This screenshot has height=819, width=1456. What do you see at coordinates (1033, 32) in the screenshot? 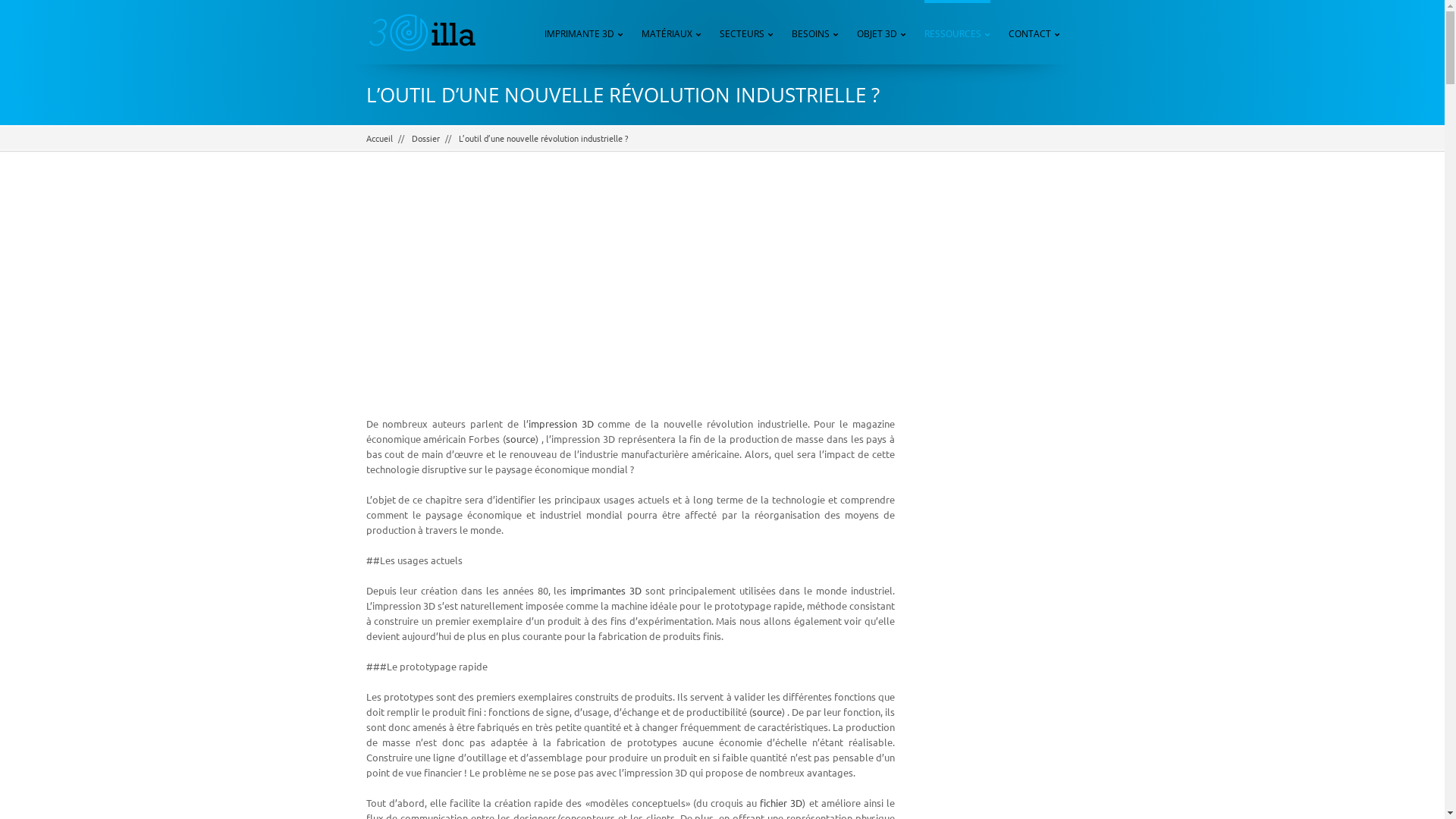
I see `'CONTACT'` at bounding box center [1033, 32].